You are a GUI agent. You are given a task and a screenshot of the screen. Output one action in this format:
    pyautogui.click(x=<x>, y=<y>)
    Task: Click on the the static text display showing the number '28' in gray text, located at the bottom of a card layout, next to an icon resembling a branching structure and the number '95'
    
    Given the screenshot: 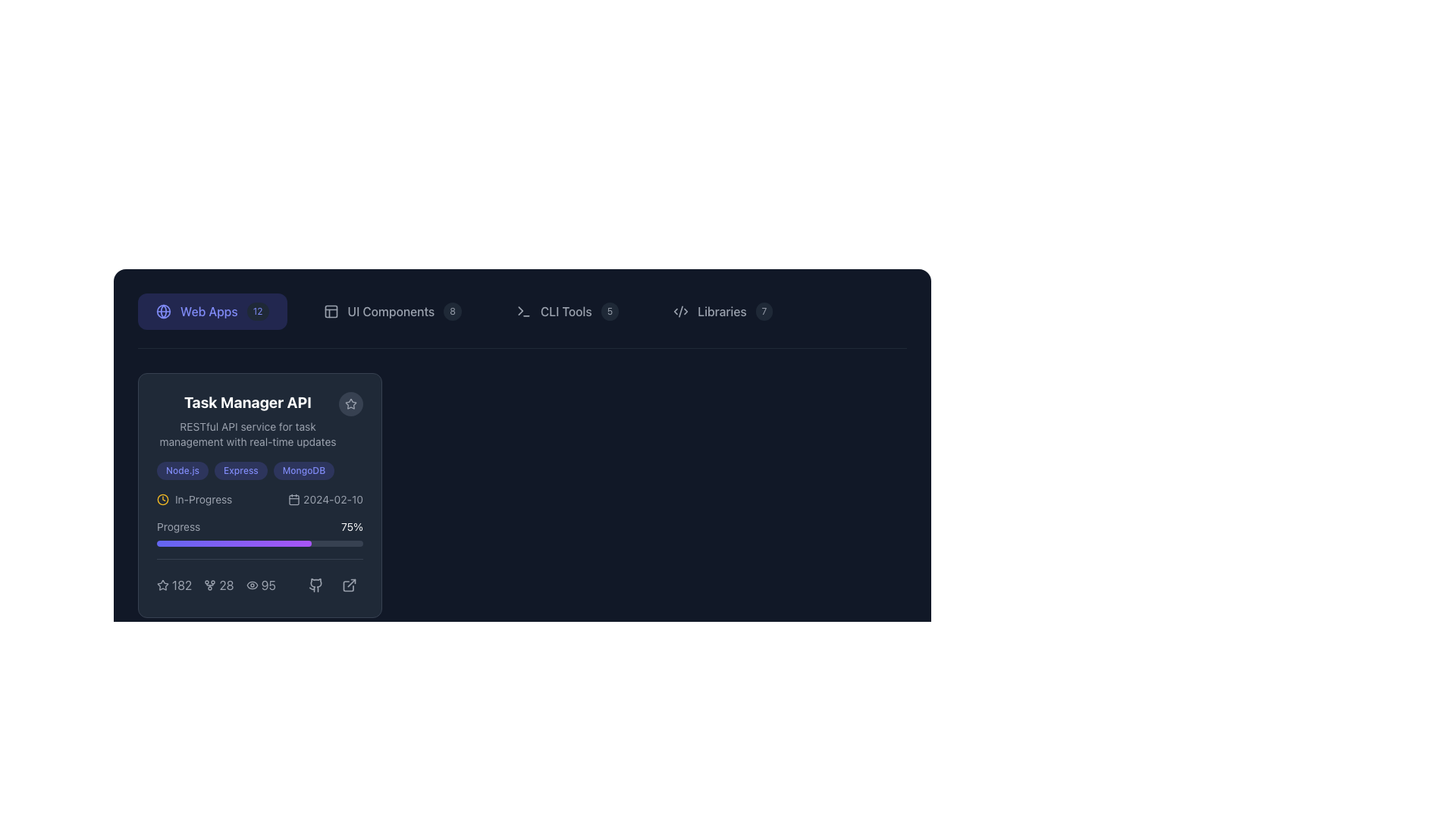 What is the action you would take?
    pyautogui.click(x=225, y=584)
    